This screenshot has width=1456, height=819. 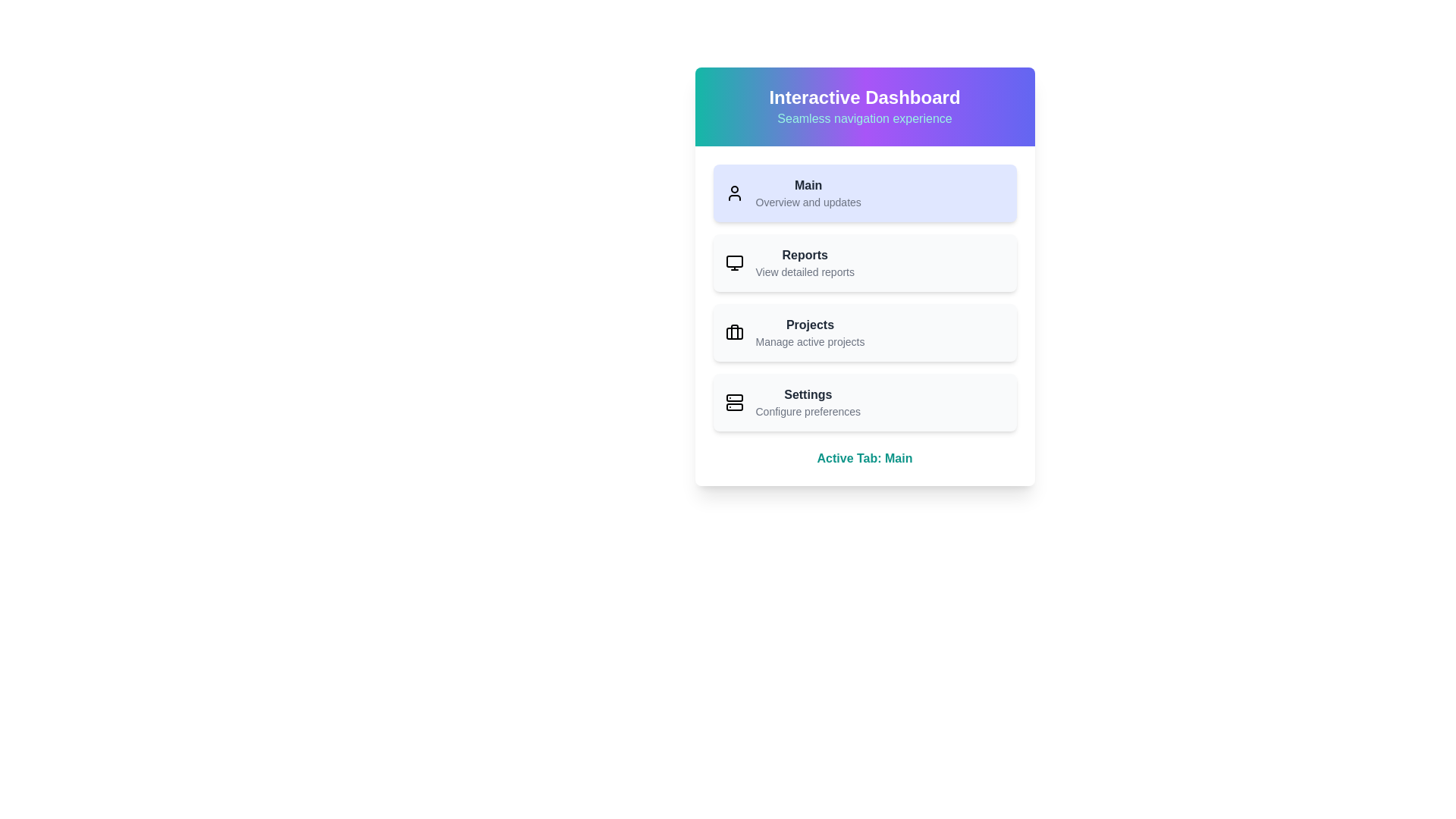 I want to click on the menu item Reports to view its hover effect, so click(x=864, y=262).